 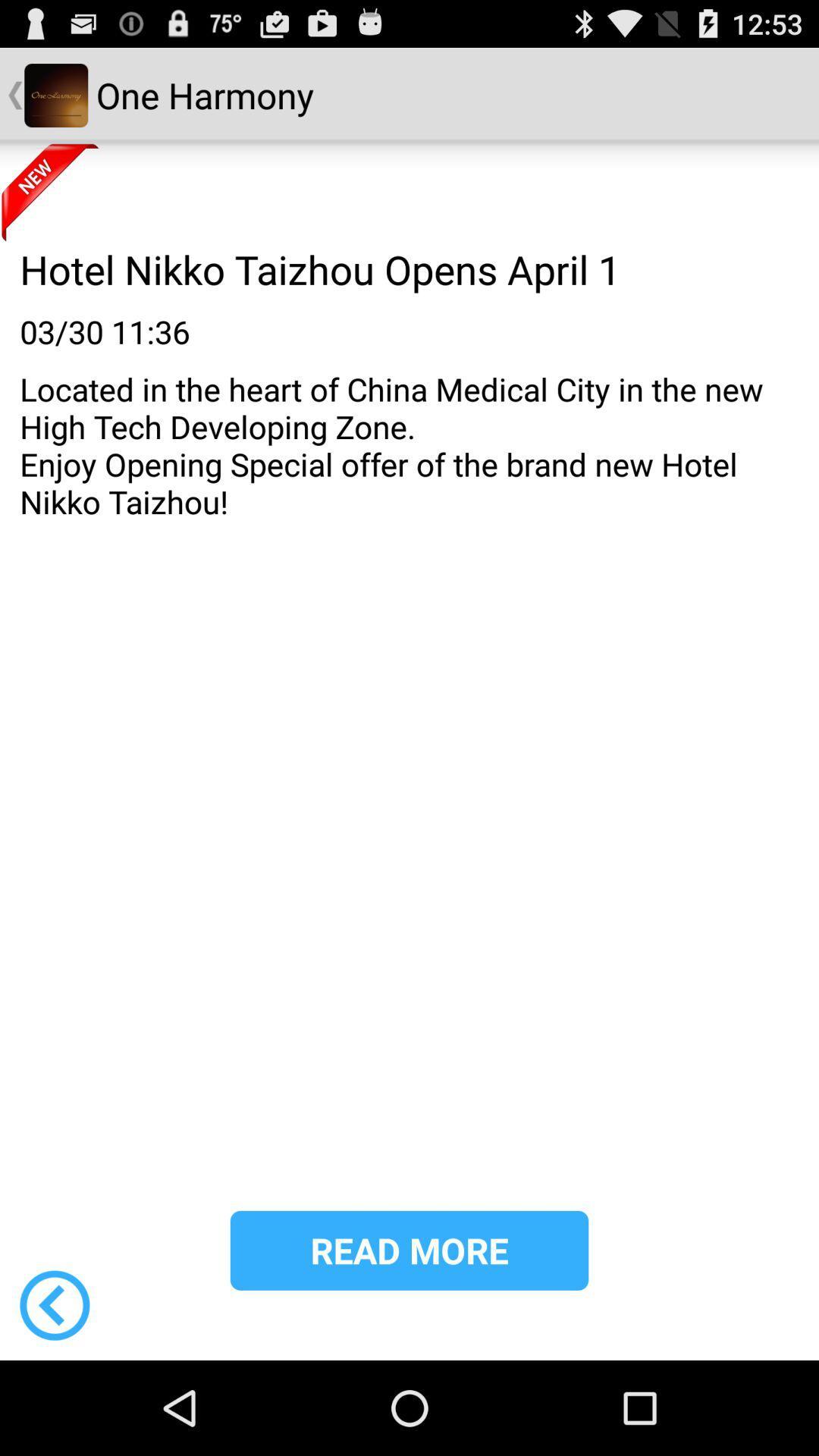 I want to click on the item at the bottom left corner, so click(x=54, y=1304).